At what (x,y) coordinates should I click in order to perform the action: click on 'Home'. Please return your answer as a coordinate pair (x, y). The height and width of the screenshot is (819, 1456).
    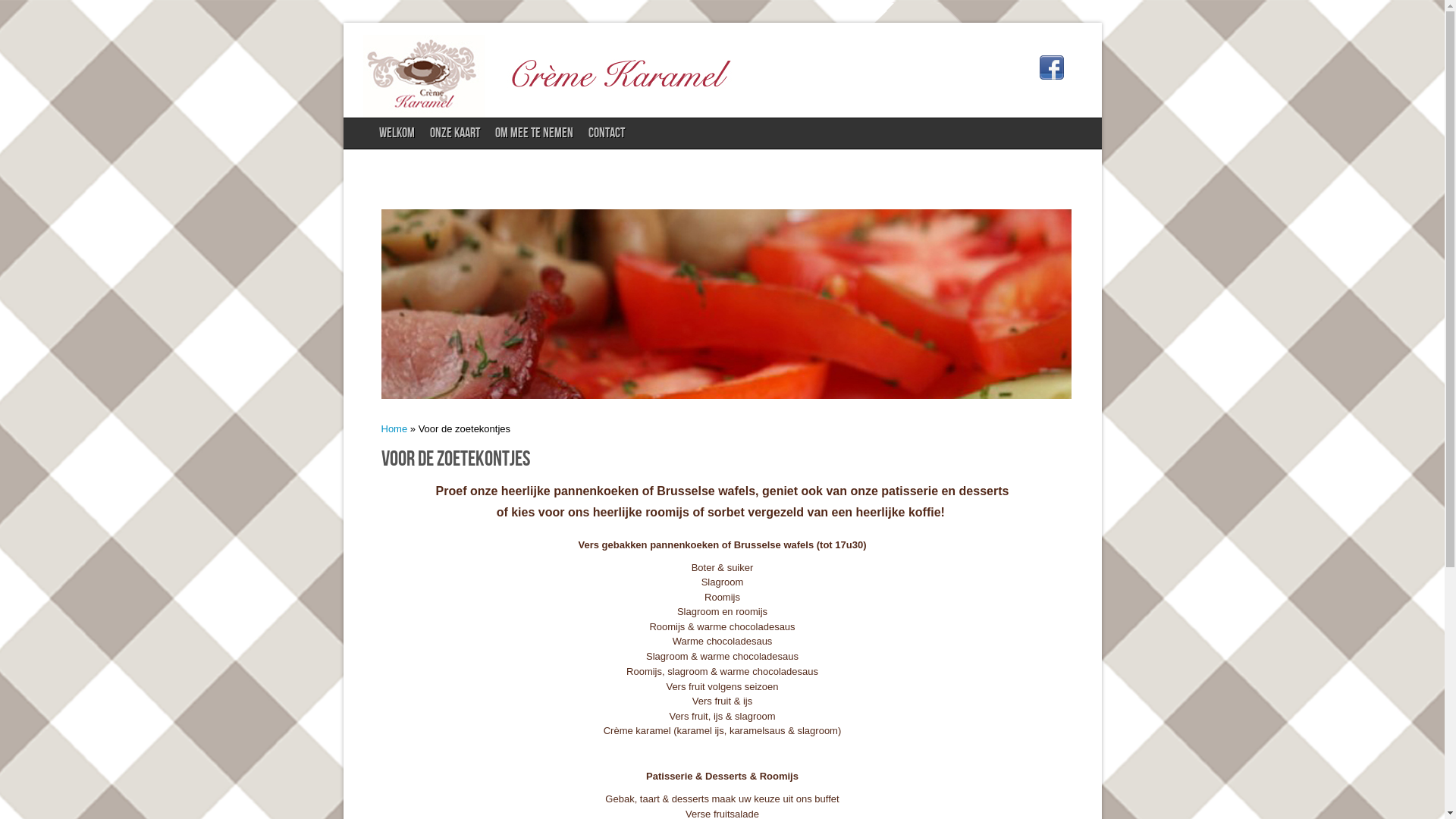
    Looking at the image, I should click on (394, 428).